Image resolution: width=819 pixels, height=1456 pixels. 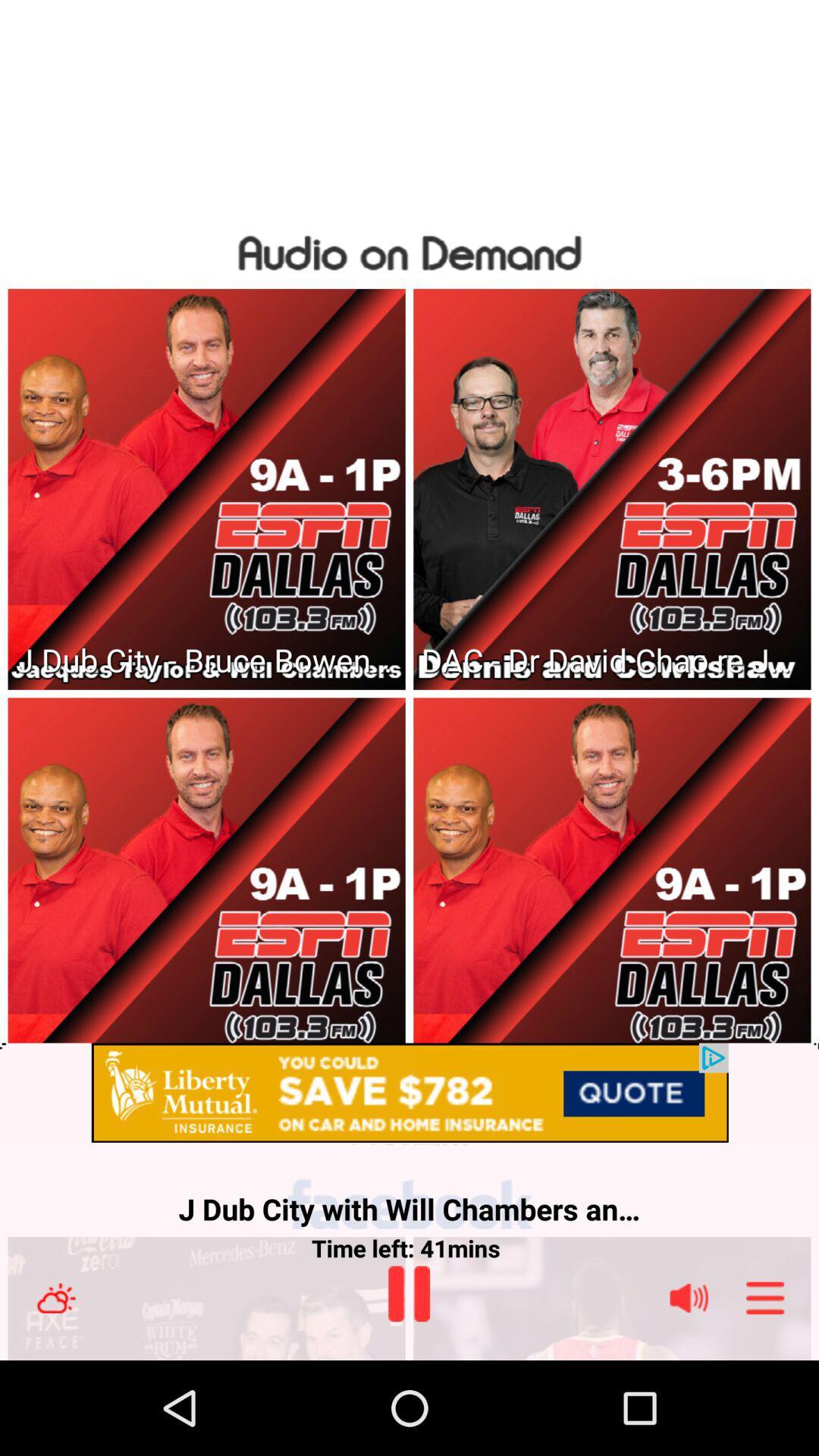 I want to click on the weather icon, so click(x=55, y=1389).